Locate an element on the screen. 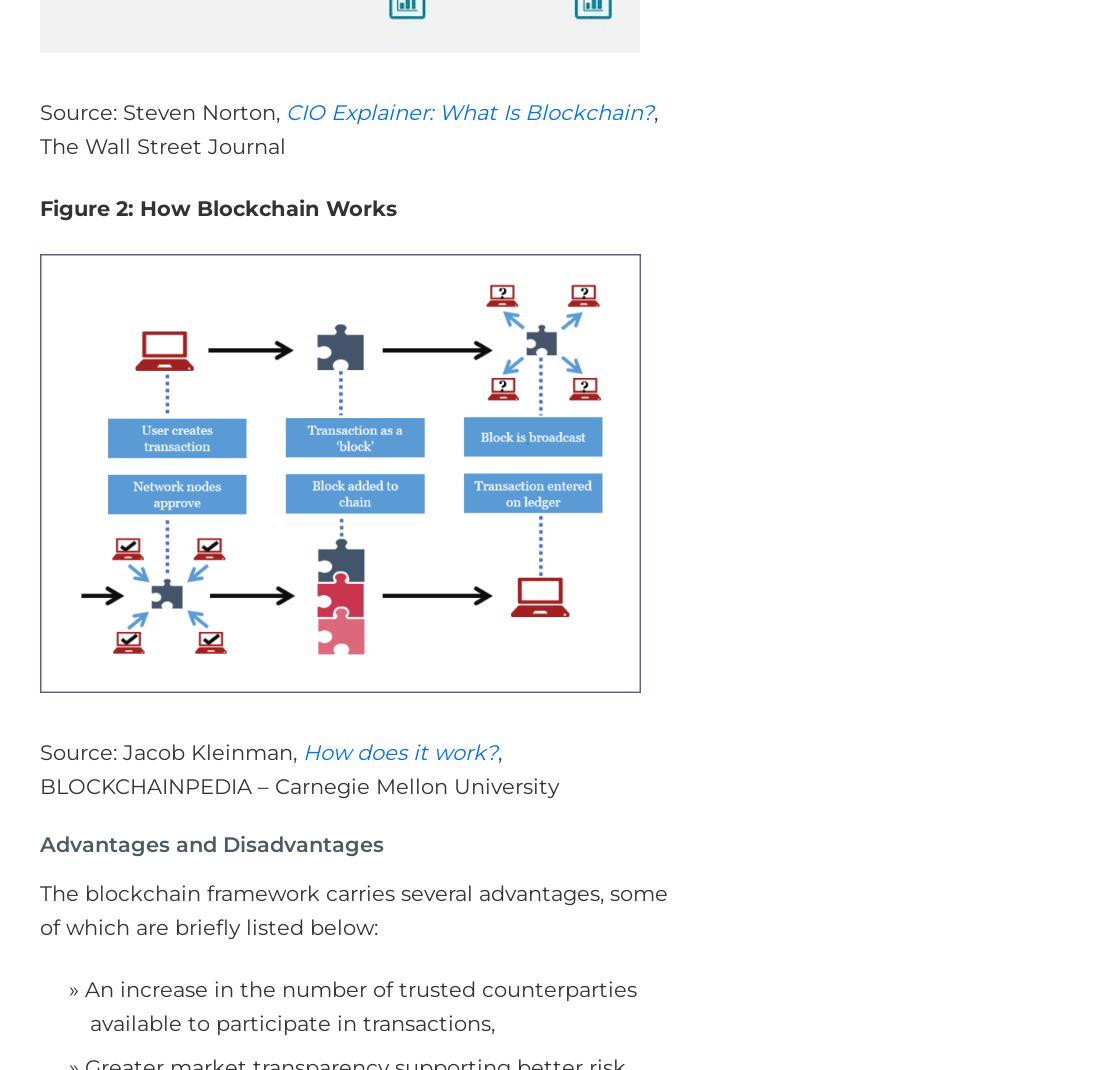 The height and width of the screenshot is (1070, 1102). 'Source: Jacob Kleinman,' is located at coordinates (171, 750).